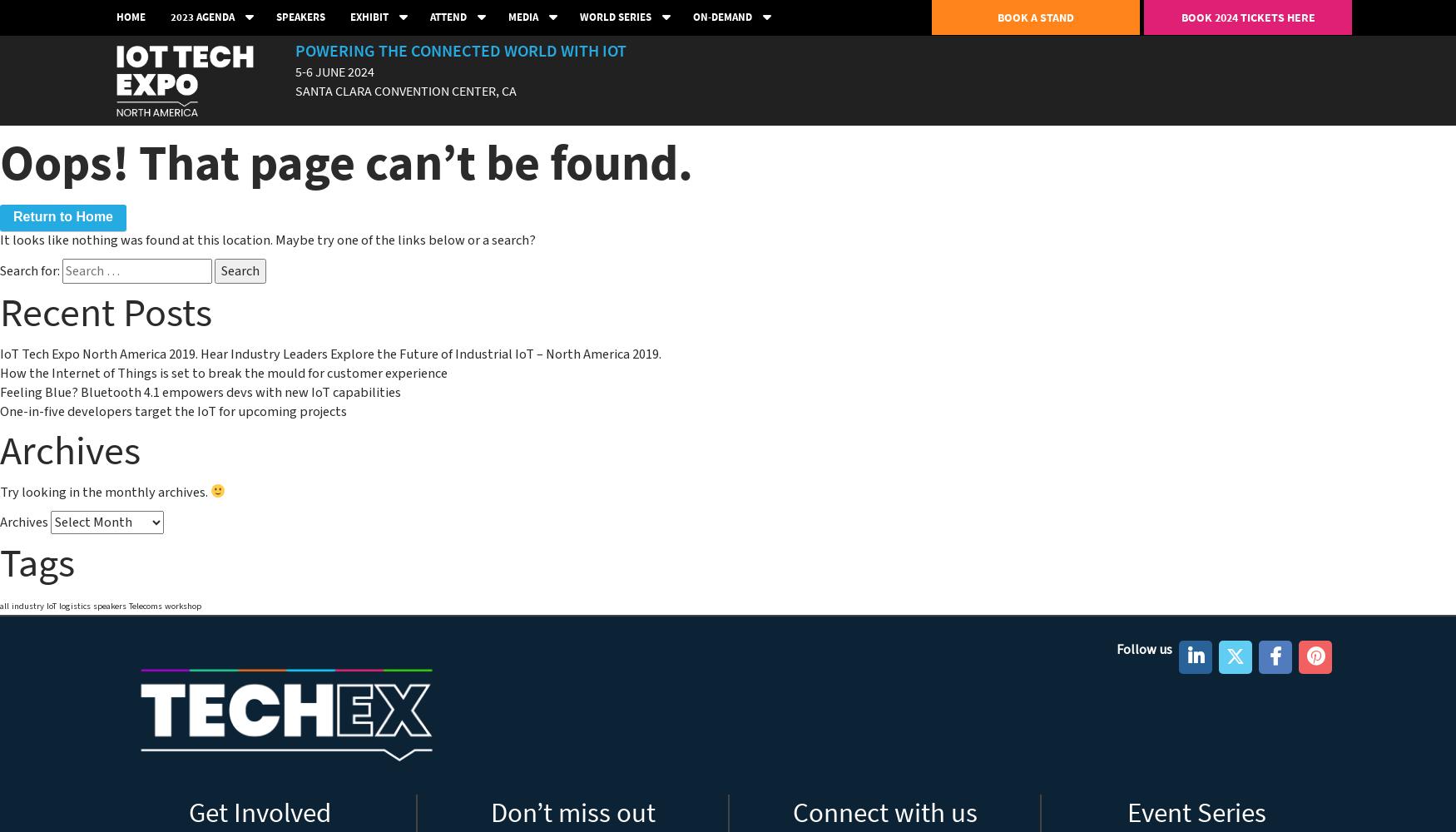 The image size is (1456, 832). What do you see at coordinates (490, 812) in the screenshot?
I see `'Don’t miss out'` at bounding box center [490, 812].